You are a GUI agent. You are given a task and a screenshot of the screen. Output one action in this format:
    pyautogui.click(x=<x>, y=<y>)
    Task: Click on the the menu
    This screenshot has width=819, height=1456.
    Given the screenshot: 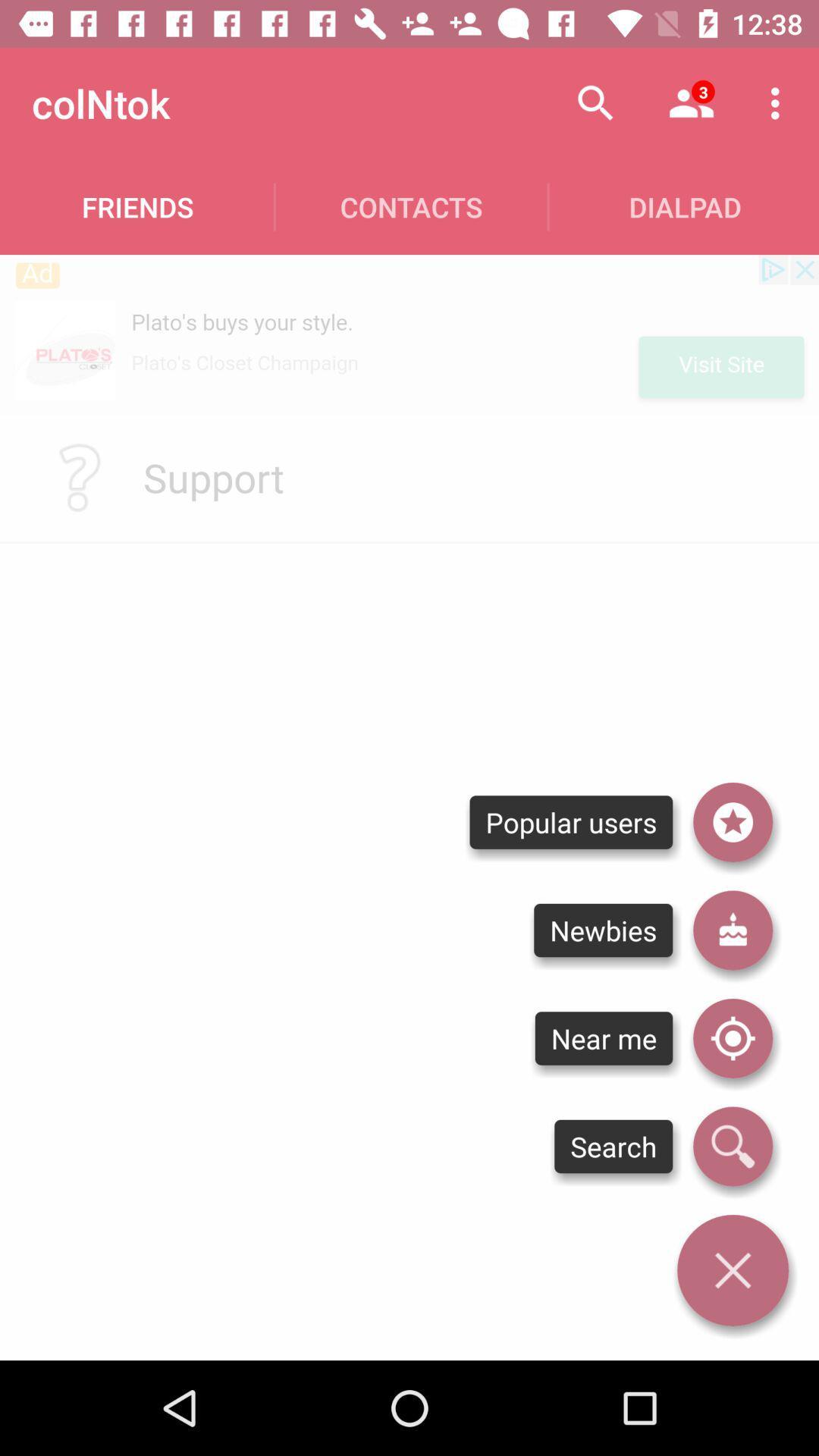 What is the action you would take?
    pyautogui.click(x=732, y=1270)
    